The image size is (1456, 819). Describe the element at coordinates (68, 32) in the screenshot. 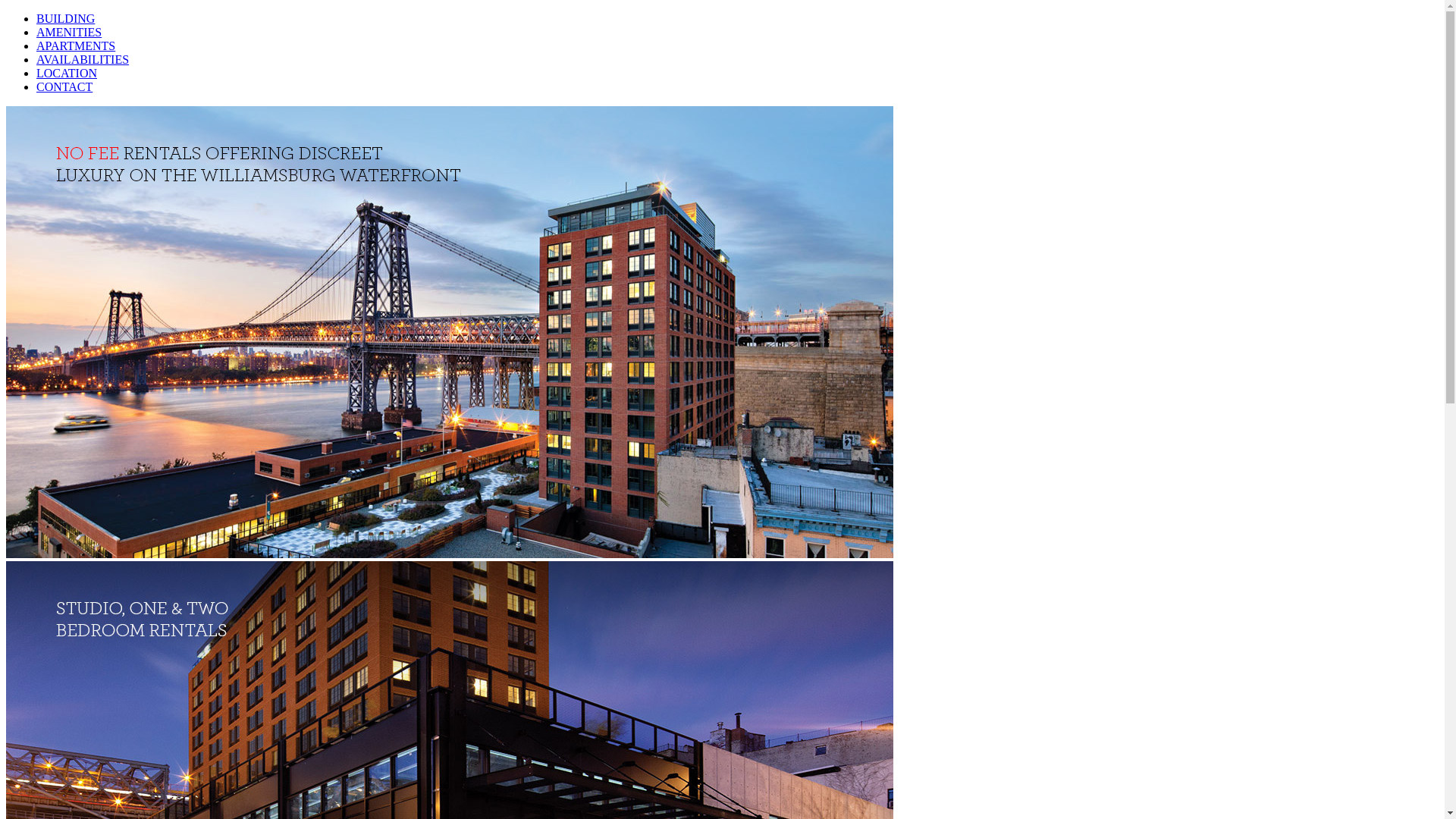

I see `'AMENITIES'` at that location.